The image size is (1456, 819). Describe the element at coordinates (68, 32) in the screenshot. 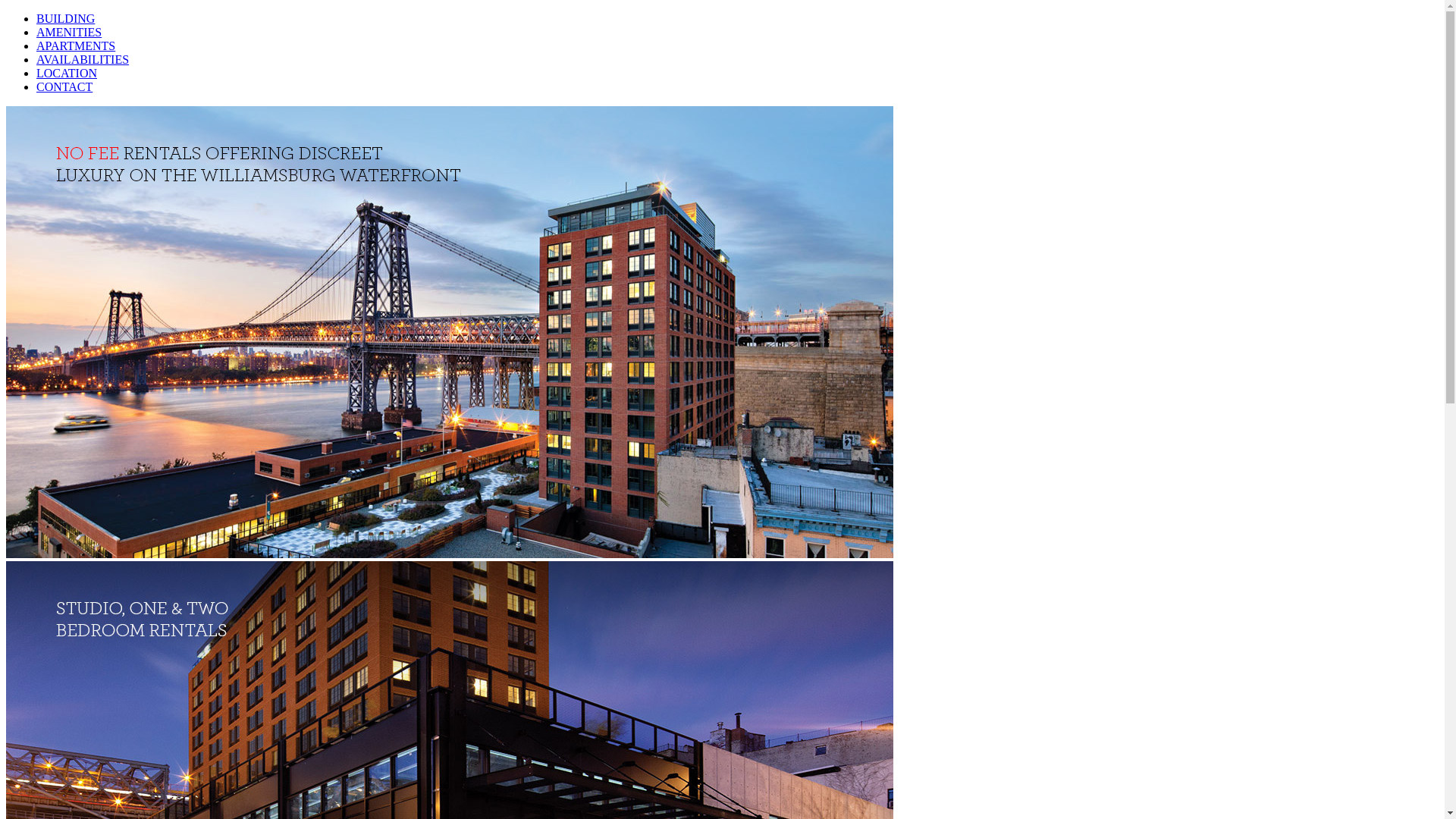

I see `'AMENITIES'` at that location.